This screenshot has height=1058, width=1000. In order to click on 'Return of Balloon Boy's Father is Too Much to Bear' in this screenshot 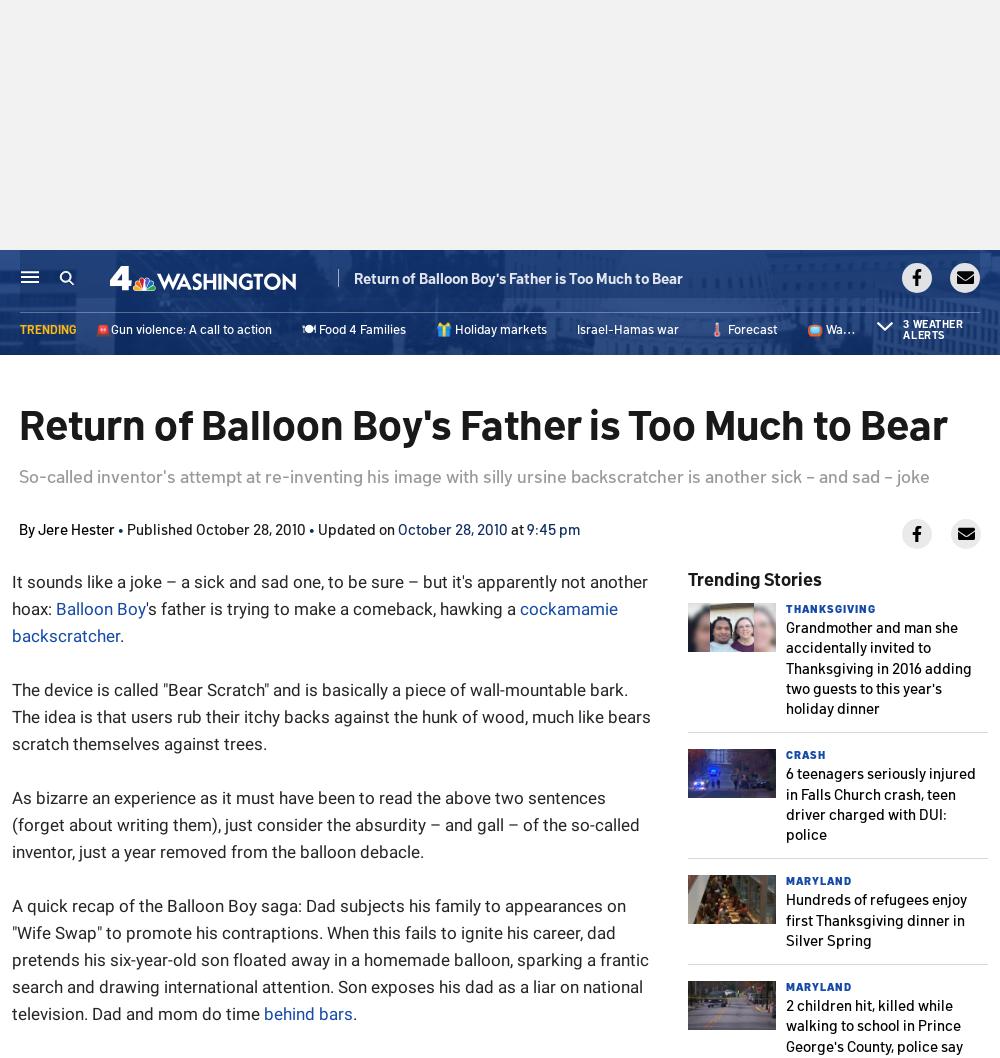, I will do `click(19, 422)`.